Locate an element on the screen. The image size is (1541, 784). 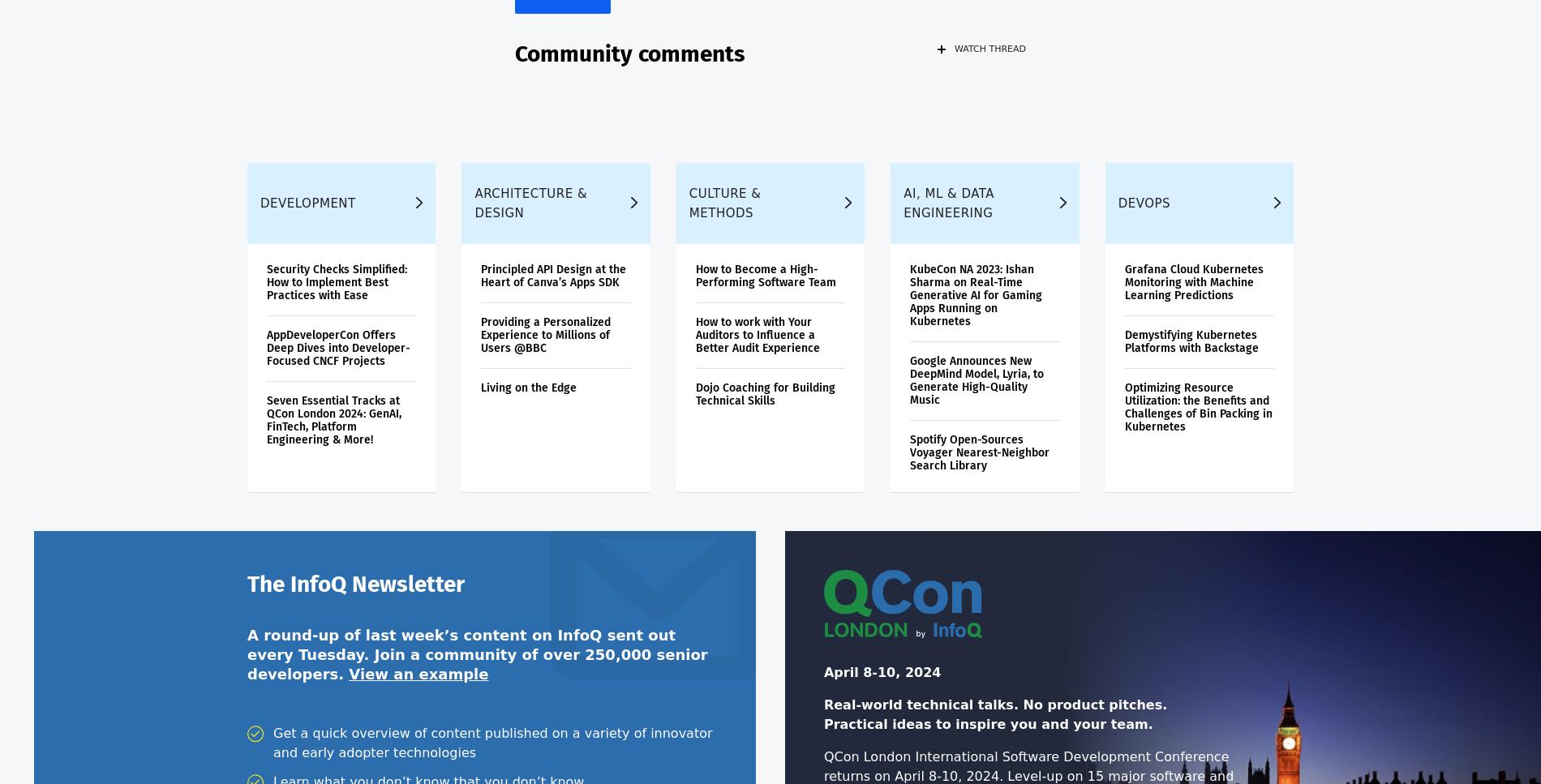
'Security Checks Simplified: How to Implement Best Practices with Ease' is located at coordinates (336, 291).